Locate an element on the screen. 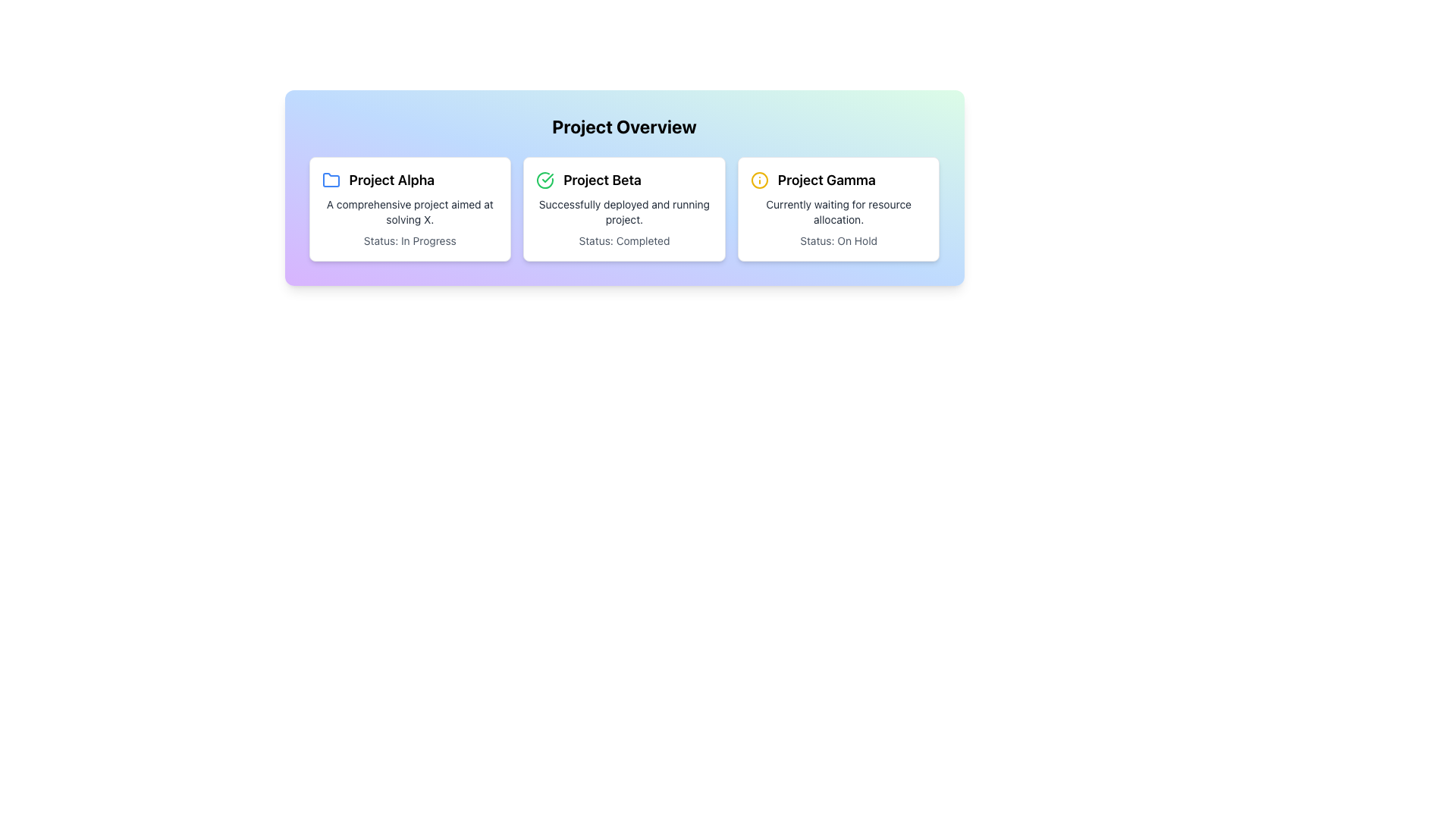 The width and height of the screenshot is (1456, 819). the Text label indicating the status of the project ('Completed') located underneath the text 'Successfully deployed and running project.' in the card labeled 'Project Beta' is located at coordinates (624, 240).